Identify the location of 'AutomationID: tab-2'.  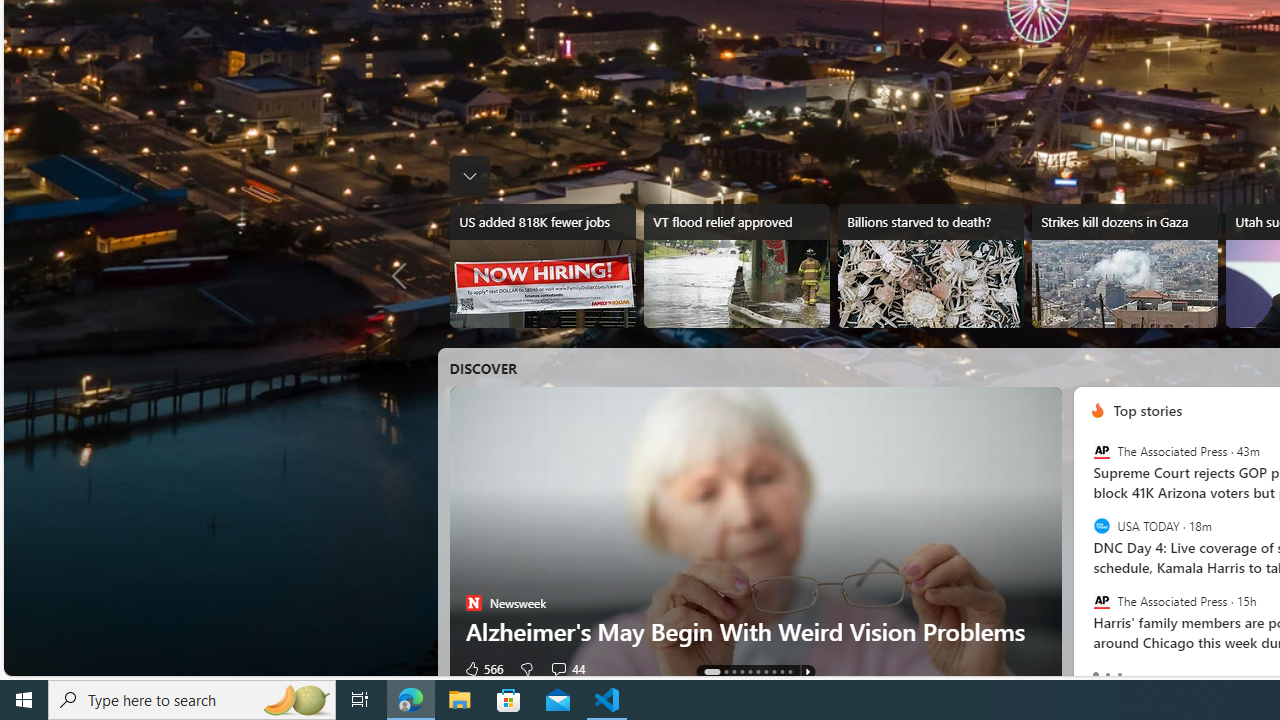
(733, 672).